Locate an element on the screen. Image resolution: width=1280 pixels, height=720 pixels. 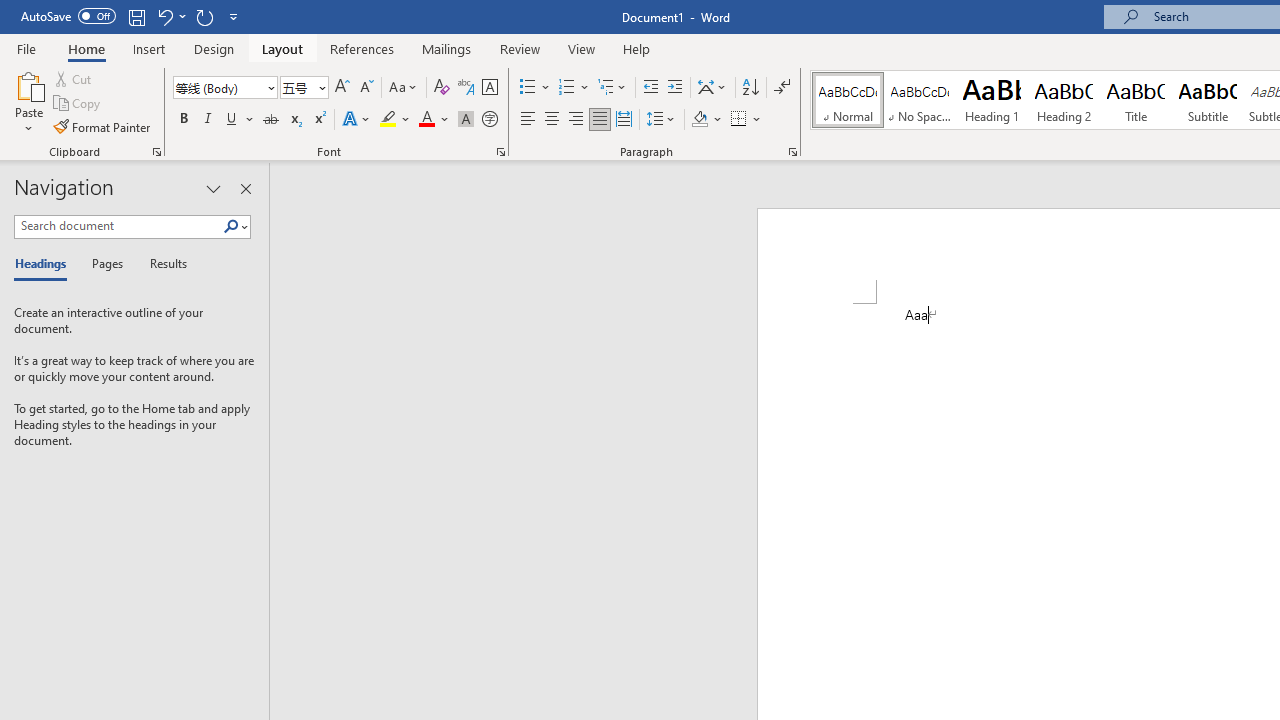
'Font Color Red' is located at coordinates (425, 119).